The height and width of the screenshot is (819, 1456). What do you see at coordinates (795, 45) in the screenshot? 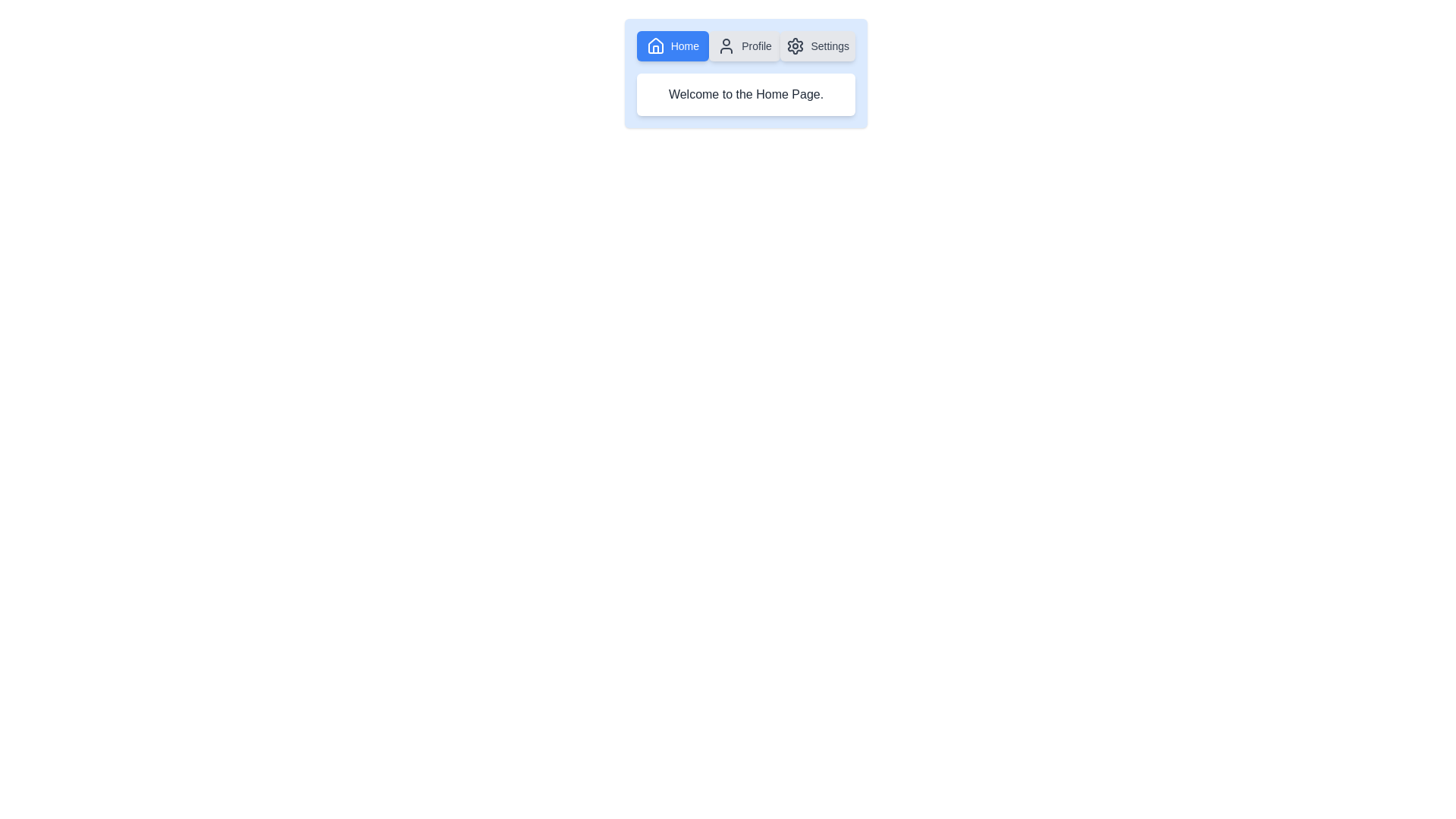
I see `the settings icon located within the 'Settings' button, positioned to the left of the text 'Settings'` at bounding box center [795, 45].